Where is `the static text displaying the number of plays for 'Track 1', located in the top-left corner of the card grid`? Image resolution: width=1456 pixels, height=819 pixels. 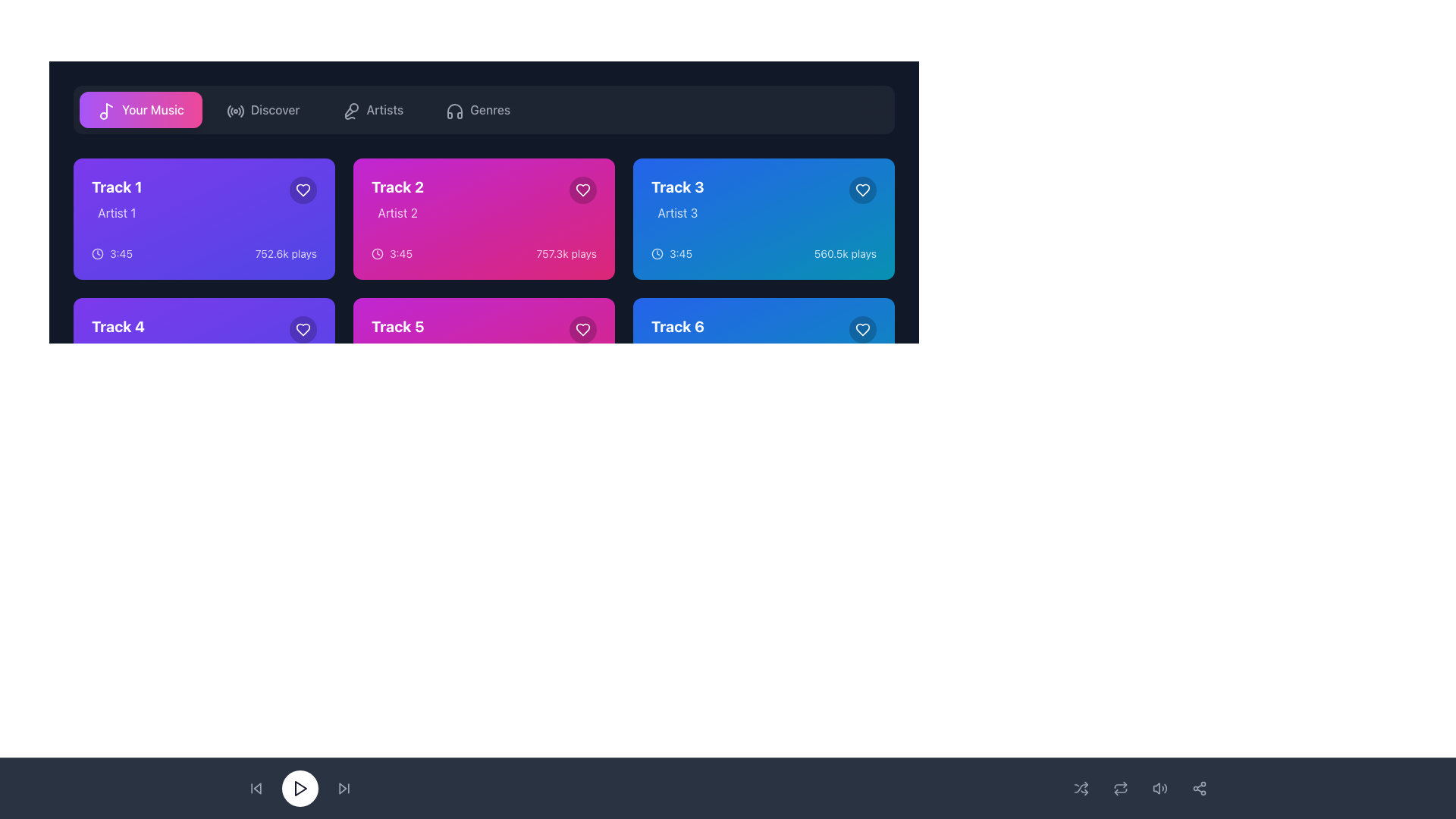
the static text displaying the number of plays for 'Track 1', located in the top-left corner of the card grid is located at coordinates (286, 253).